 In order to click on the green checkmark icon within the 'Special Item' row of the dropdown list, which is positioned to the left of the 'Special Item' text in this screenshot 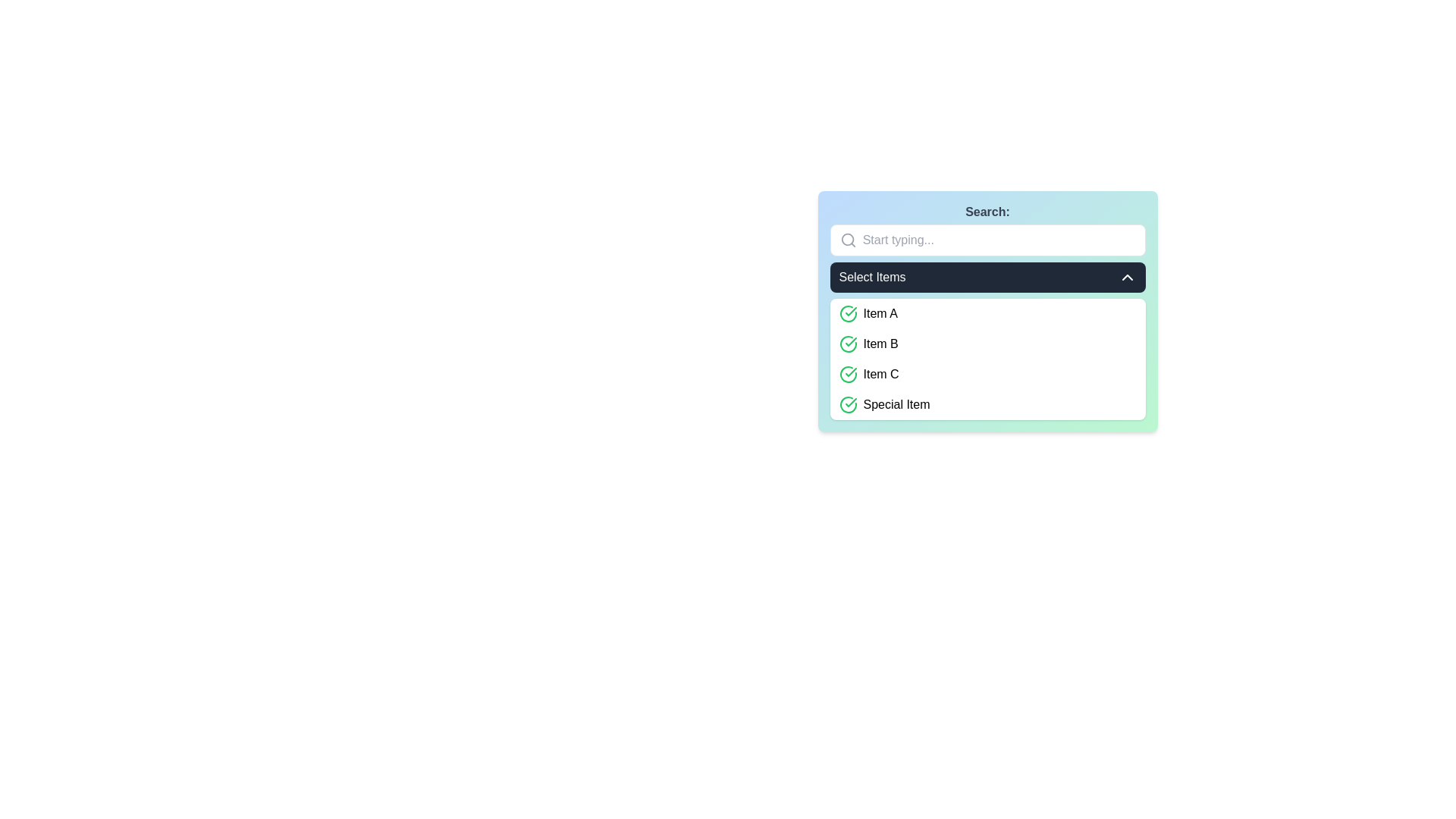, I will do `click(847, 403)`.